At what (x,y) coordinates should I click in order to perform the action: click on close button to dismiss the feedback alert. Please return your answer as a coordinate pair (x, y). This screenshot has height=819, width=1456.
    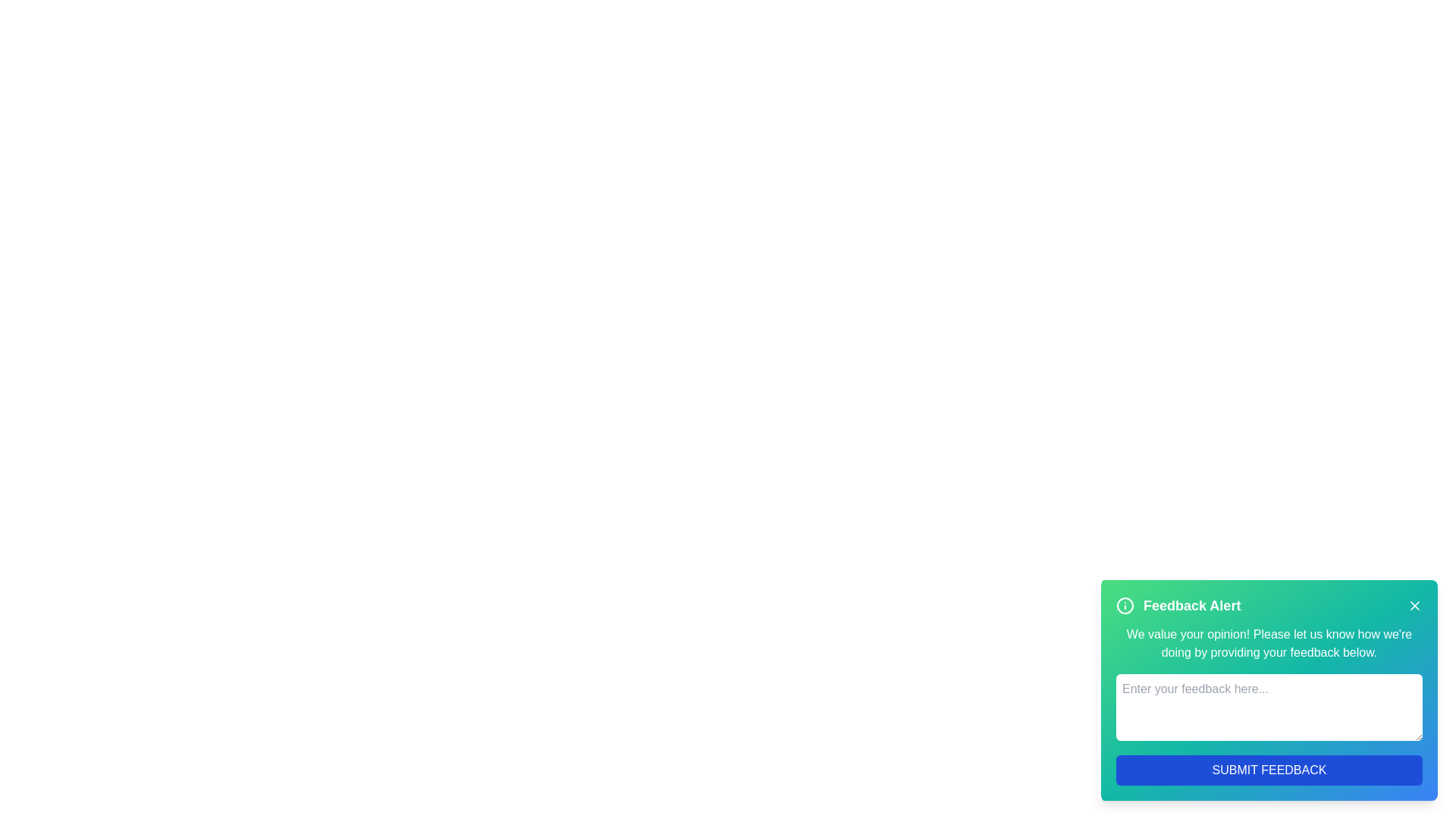
    Looking at the image, I should click on (1414, 604).